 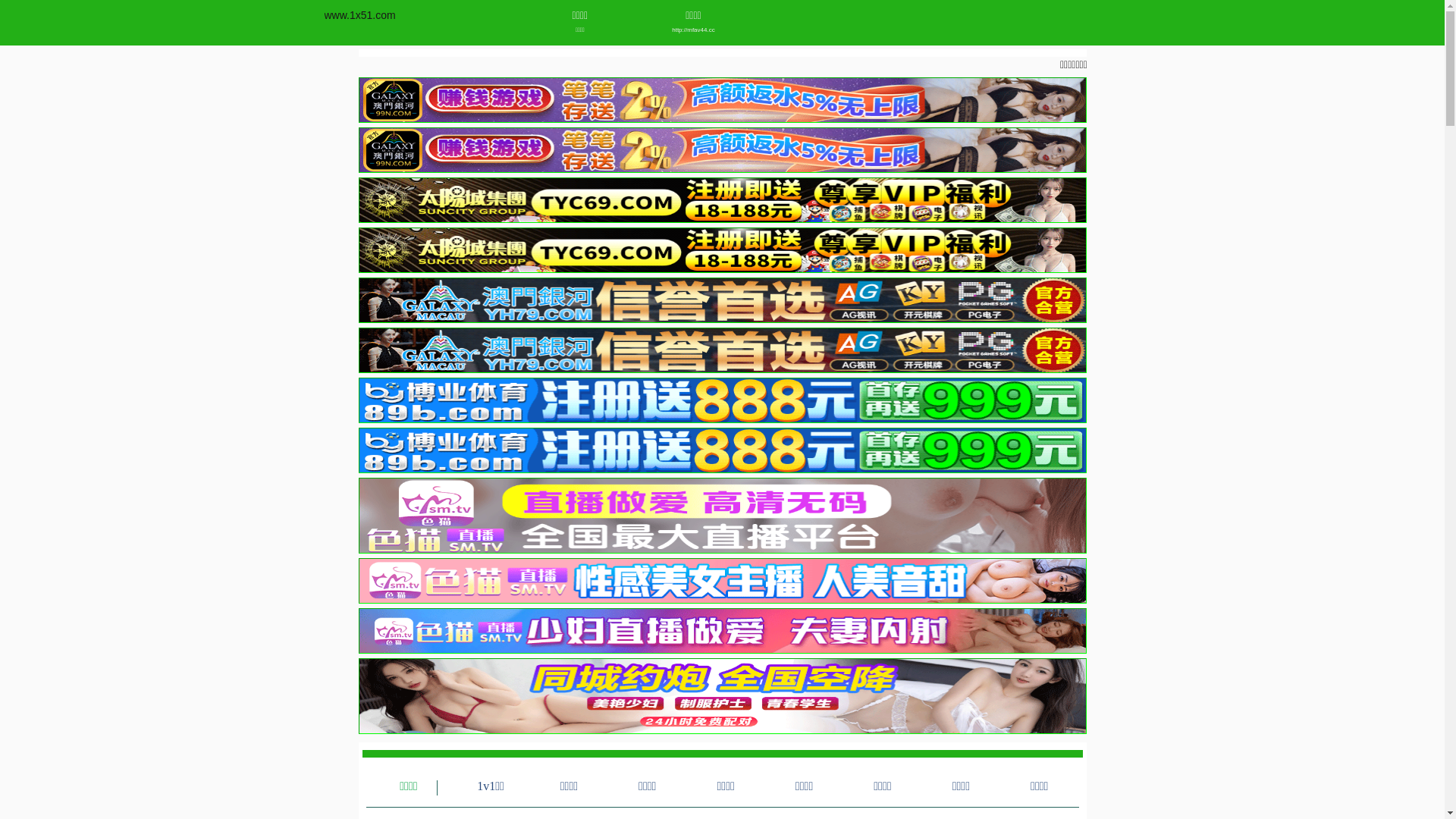 What do you see at coordinates (359, 14) in the screenshot?
I see `'www.1x51.com'` at bounding box center [359, 14].